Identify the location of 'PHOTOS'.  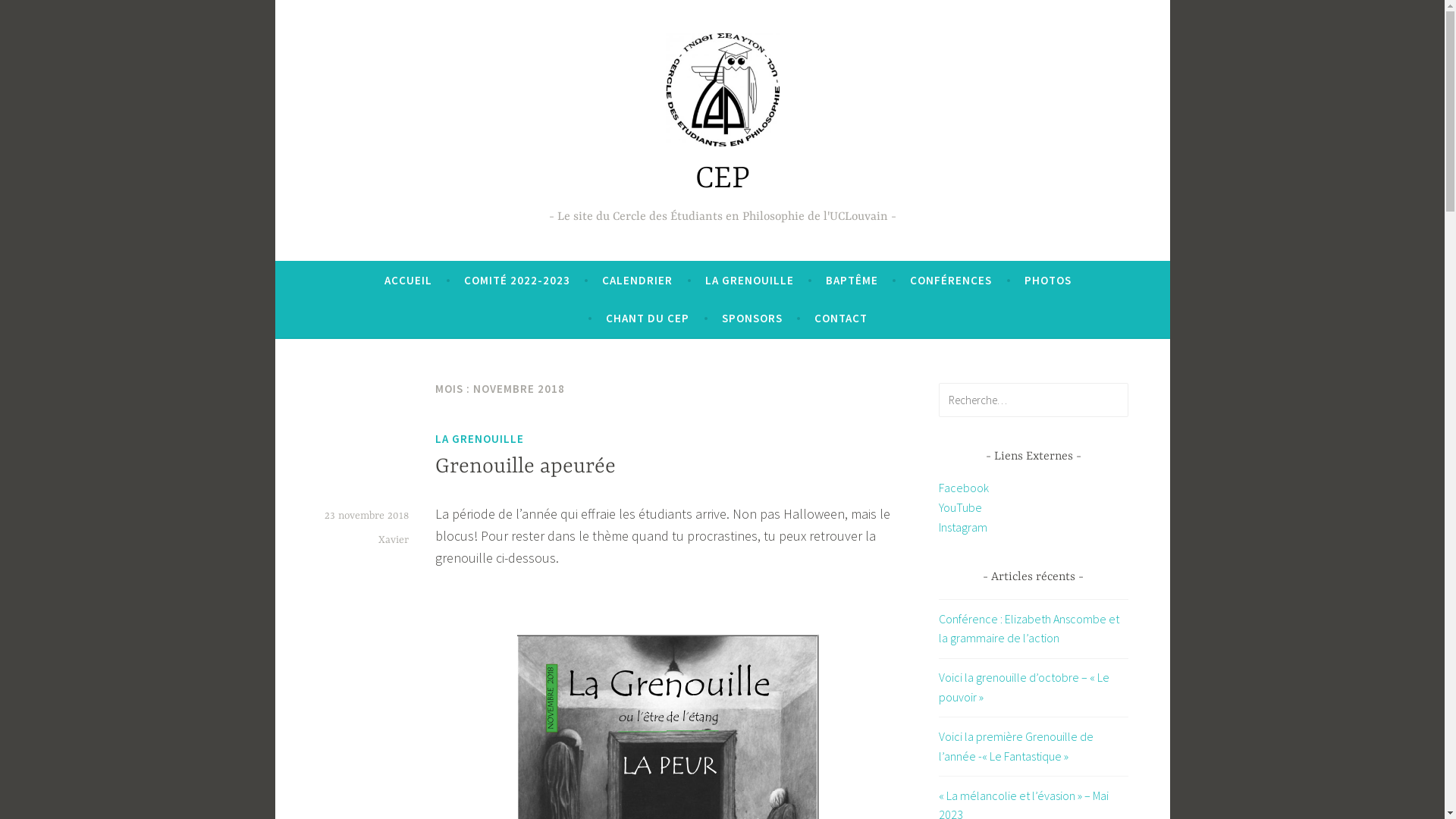
(1047, 281).